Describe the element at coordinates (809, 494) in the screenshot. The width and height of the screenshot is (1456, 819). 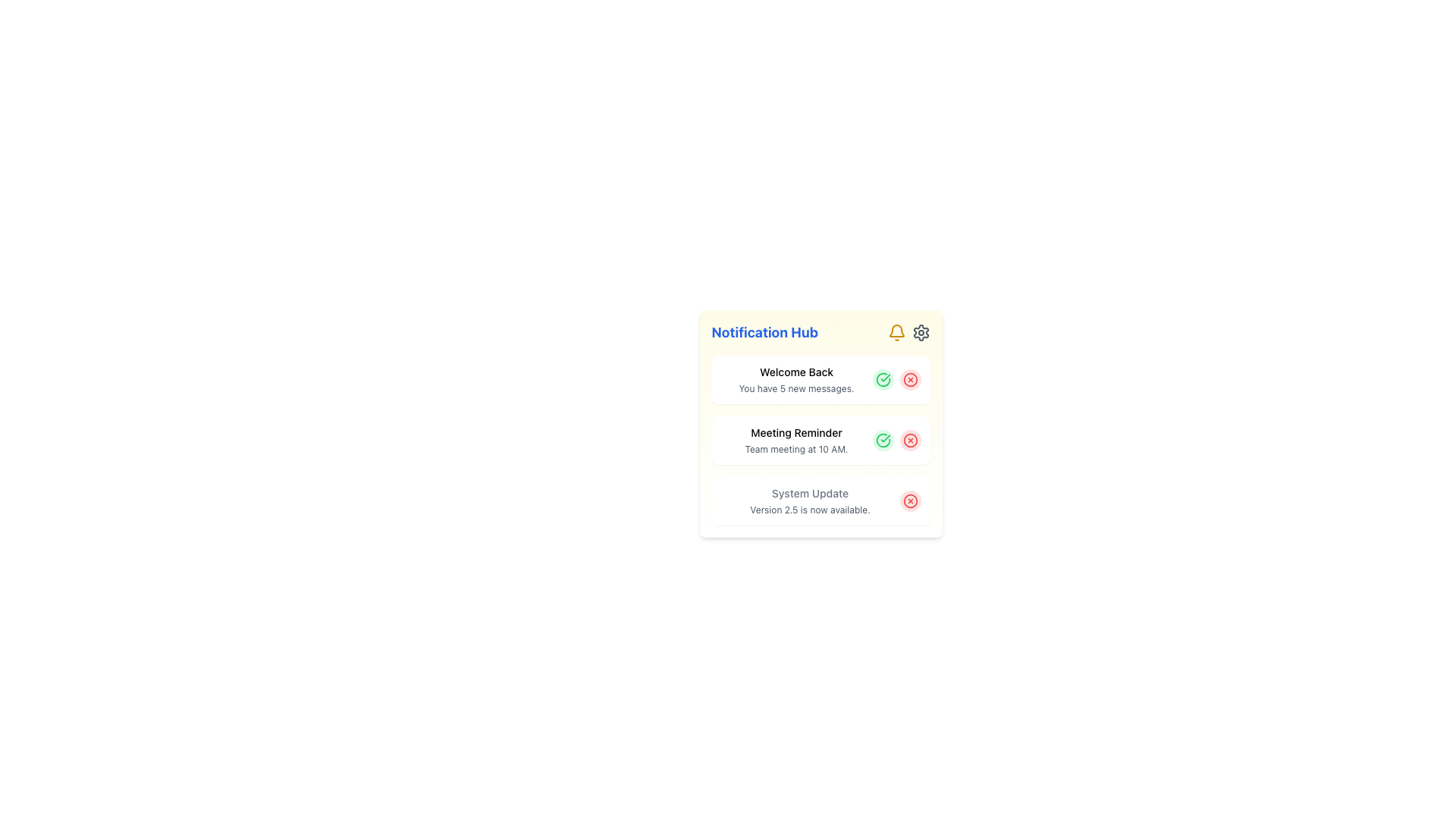
I see `the text label located at the top of the notification card, which serves as a heading for the associated content` at that location.